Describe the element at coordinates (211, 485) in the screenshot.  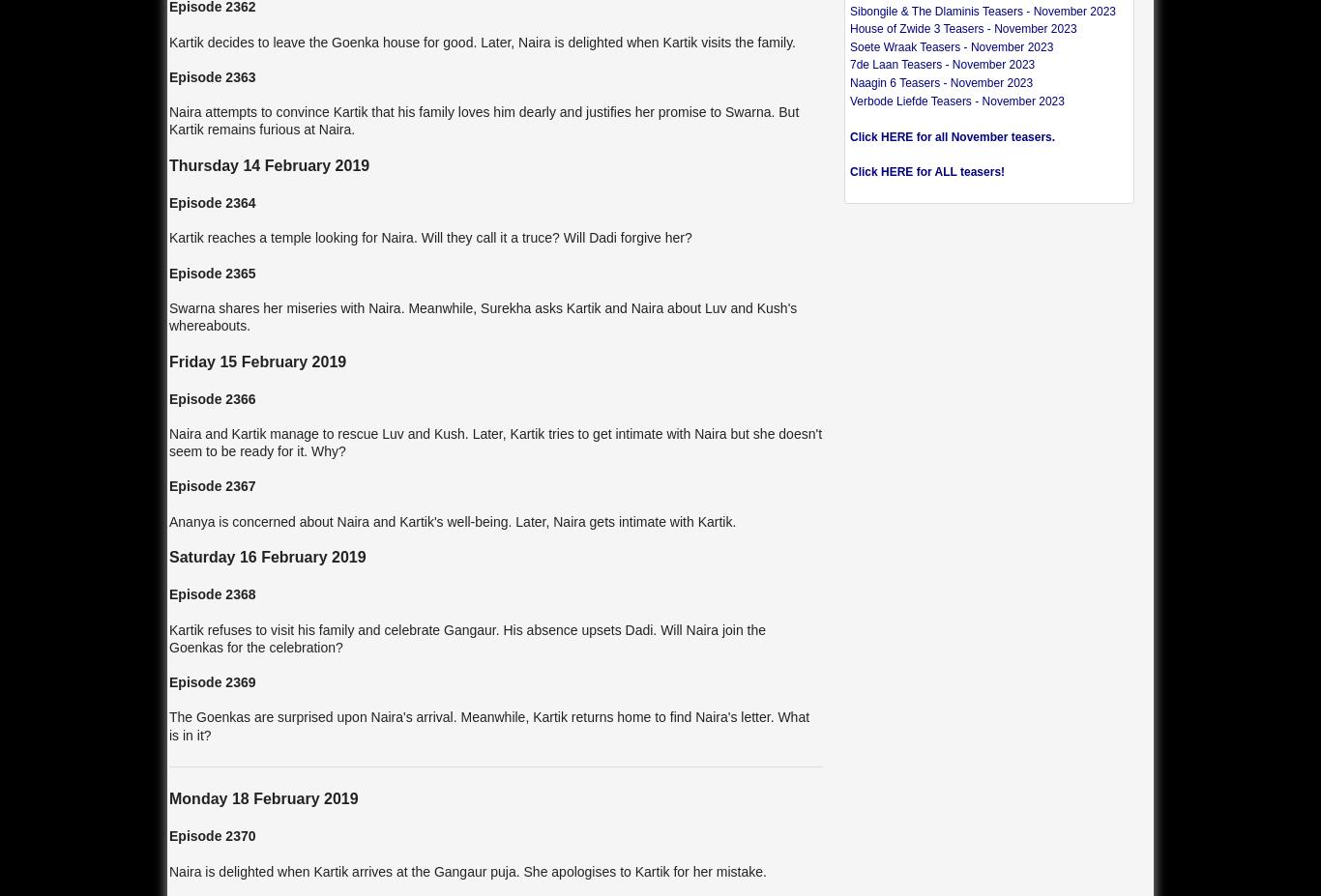
I see `'Episode 2367'` at that location.